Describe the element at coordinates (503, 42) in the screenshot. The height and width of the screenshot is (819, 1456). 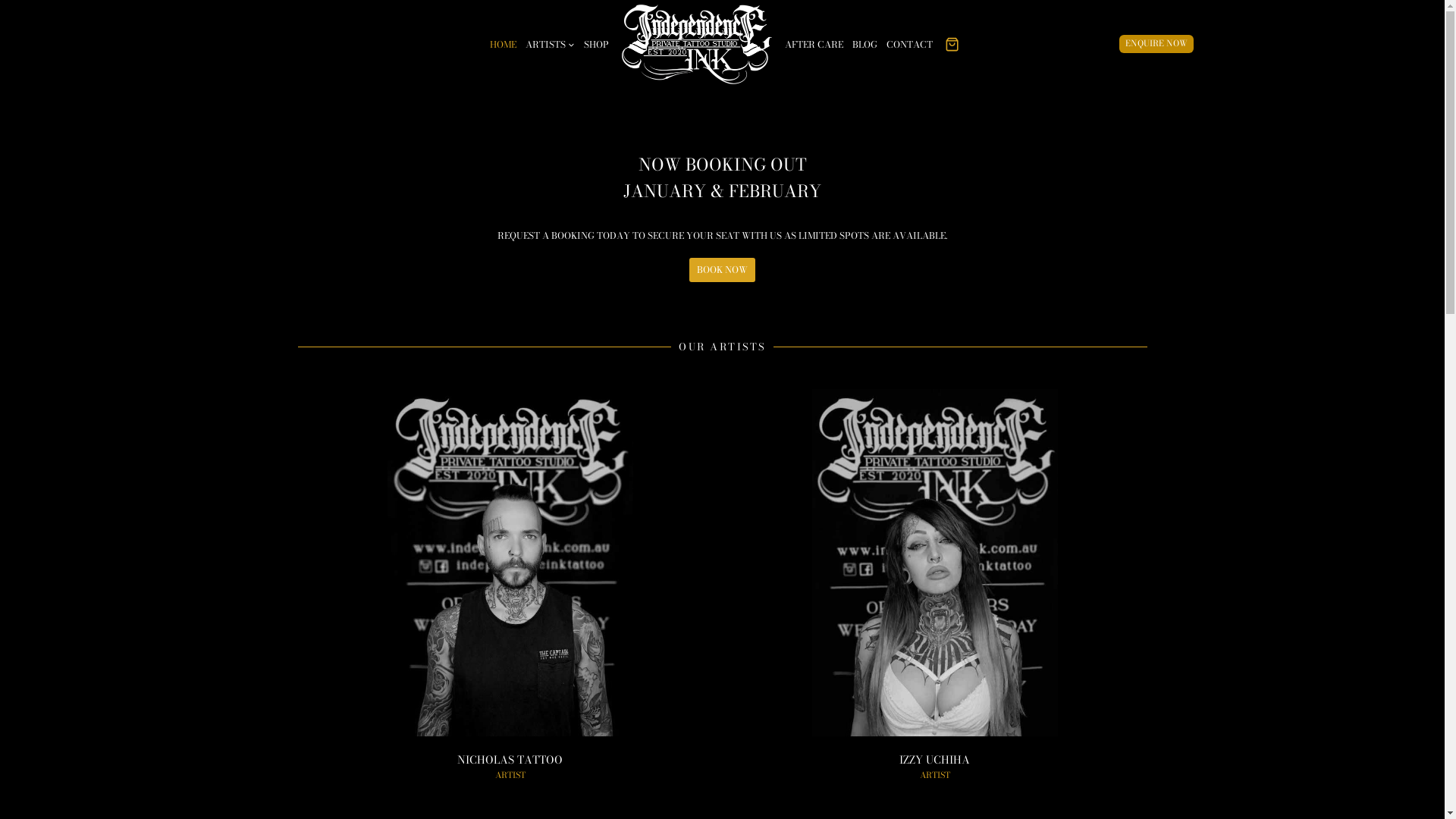
I see `'HOME'` at that location.